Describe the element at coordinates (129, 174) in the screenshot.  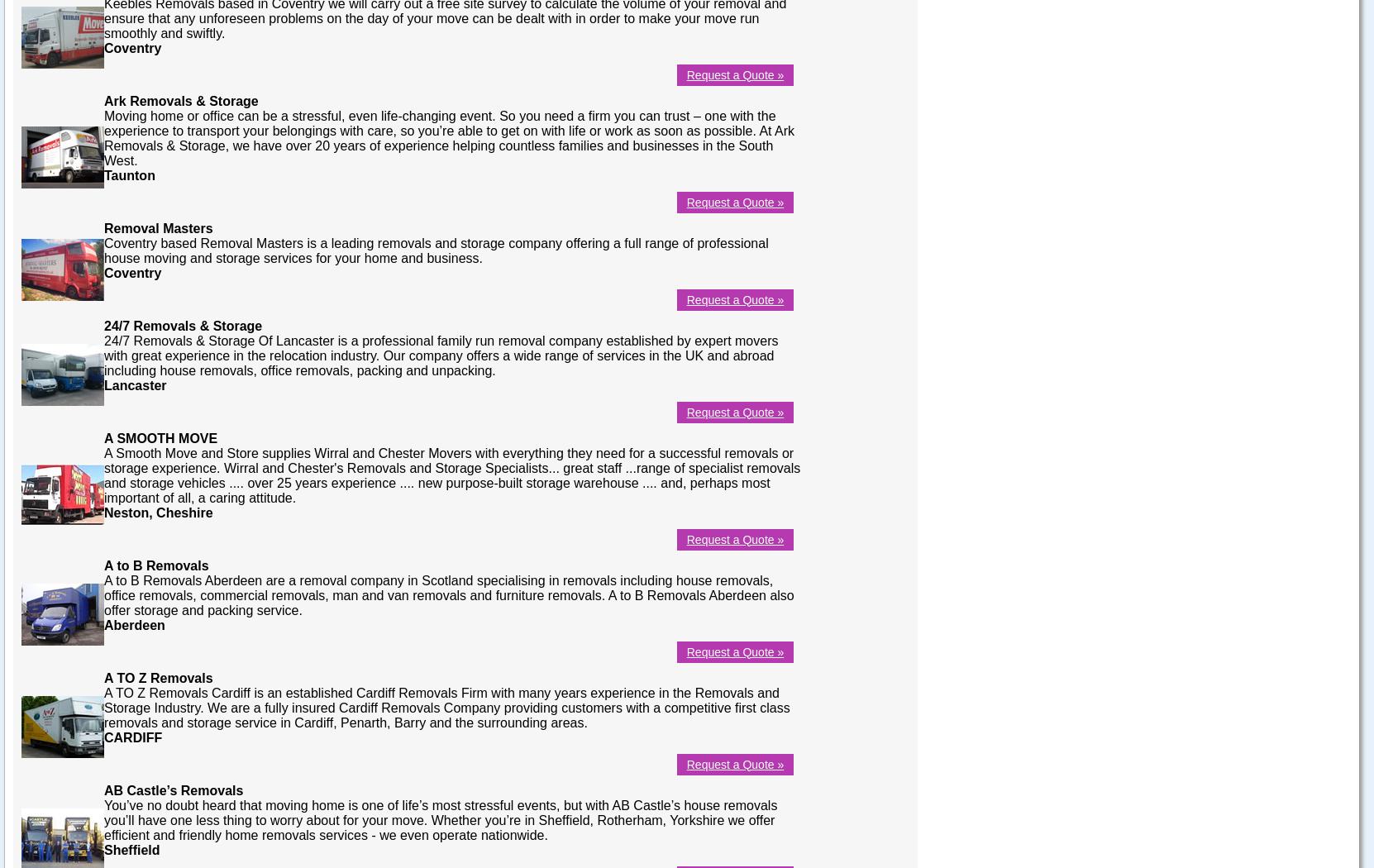
I see `'Taunton'` at that location.